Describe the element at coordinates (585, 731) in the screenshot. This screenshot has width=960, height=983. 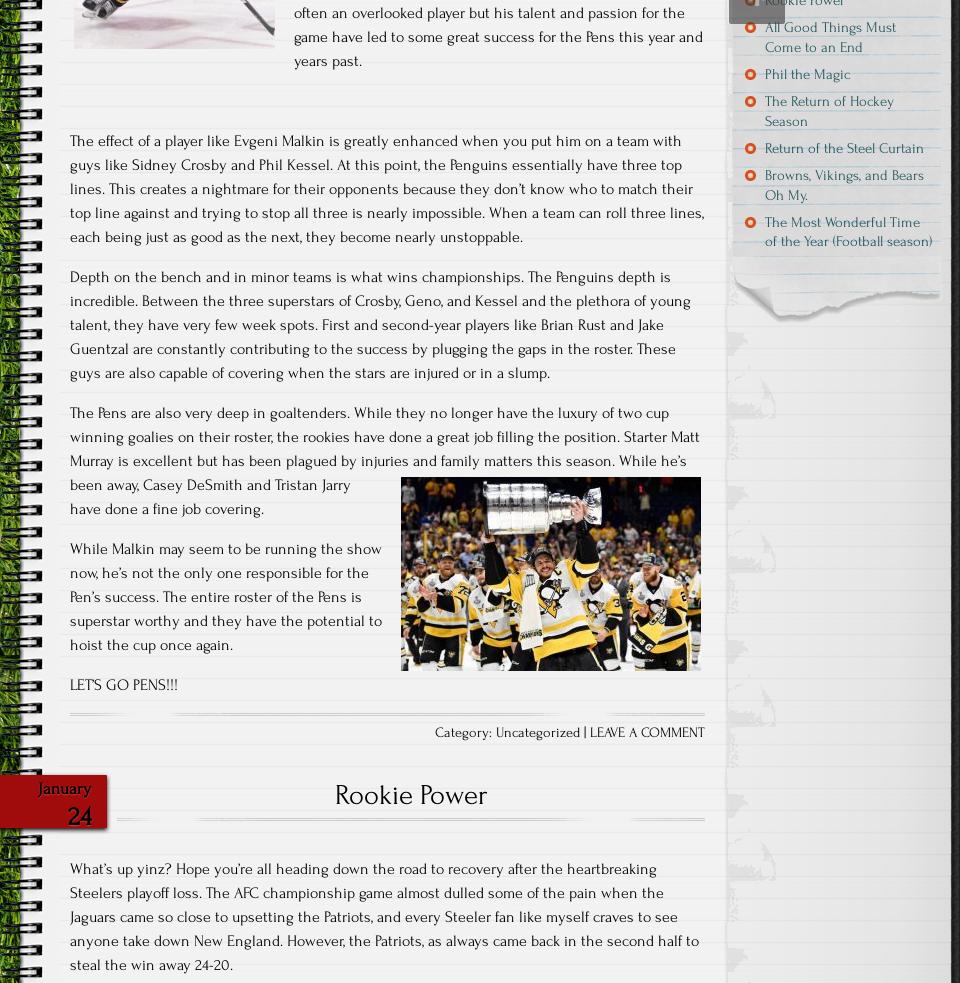
I see `'|'` at that location.